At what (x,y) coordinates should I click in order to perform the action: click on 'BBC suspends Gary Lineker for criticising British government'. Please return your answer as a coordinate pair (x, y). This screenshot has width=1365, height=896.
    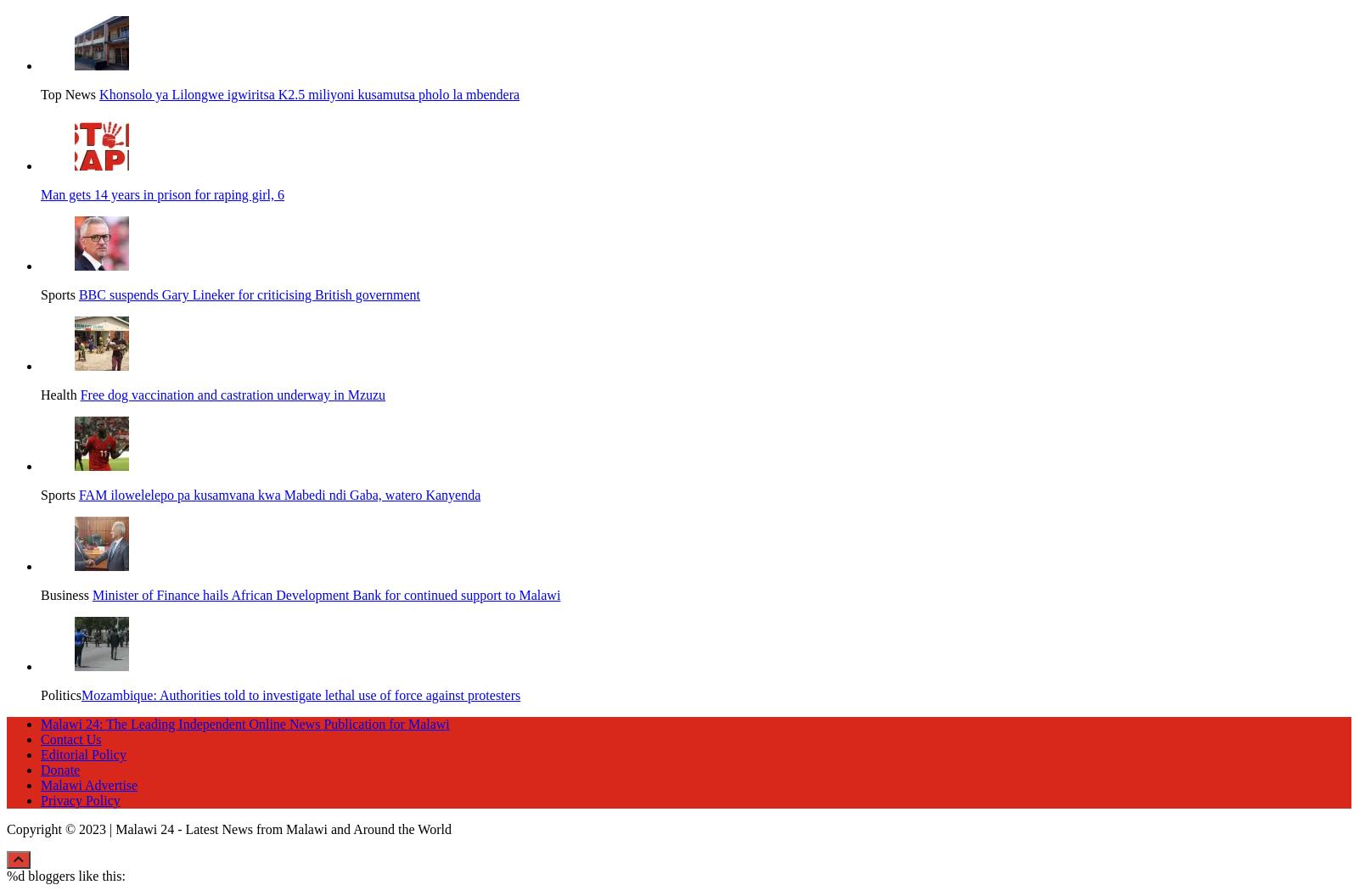
    Looking at the image, I should click on (248, 290).